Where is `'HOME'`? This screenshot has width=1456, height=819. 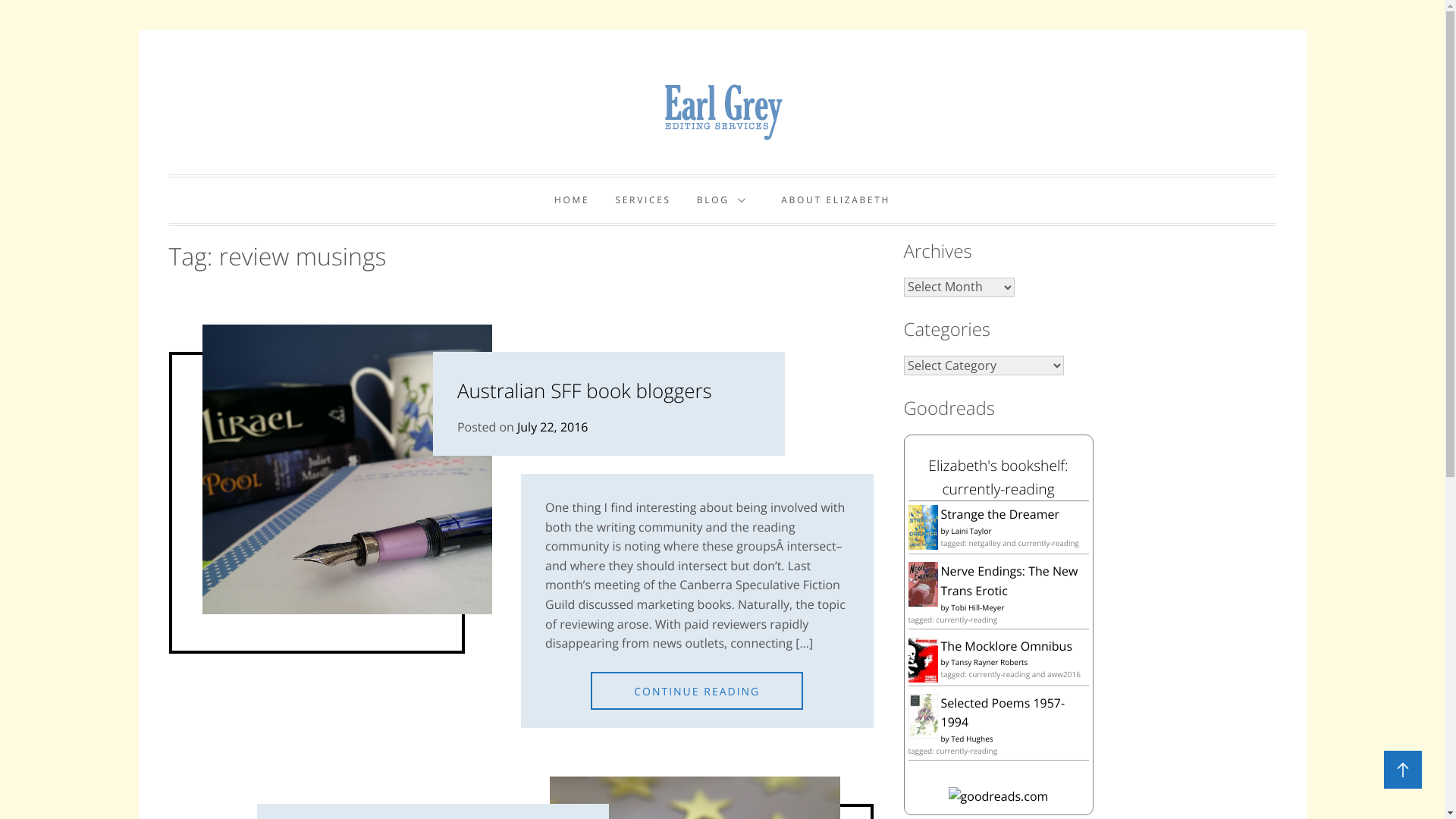 'HOME' is located at coordinates (570, 199).